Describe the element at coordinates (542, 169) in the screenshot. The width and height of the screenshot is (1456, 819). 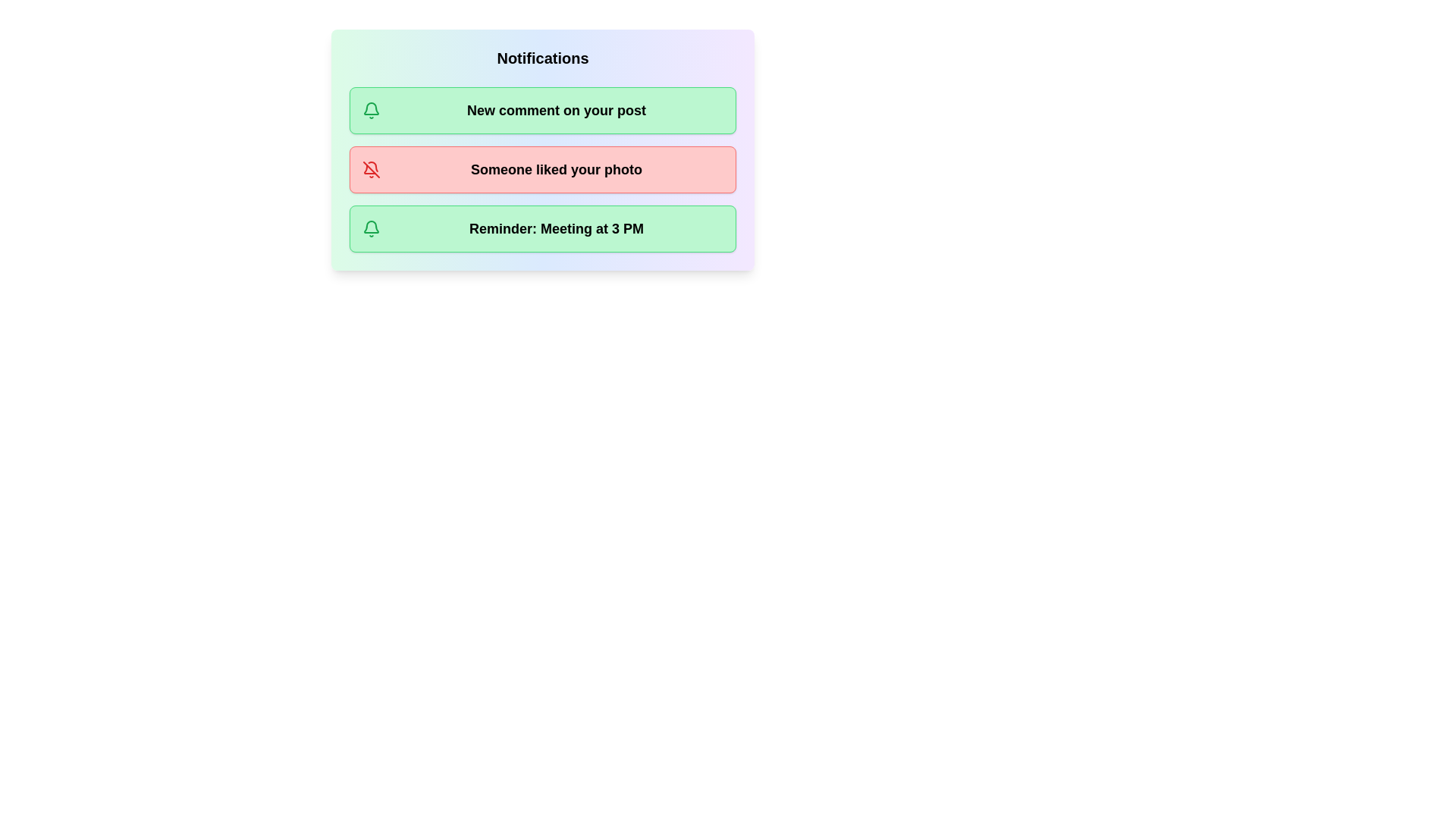
I see `the notification chip corresponding to Someone liked your photo` at that location.